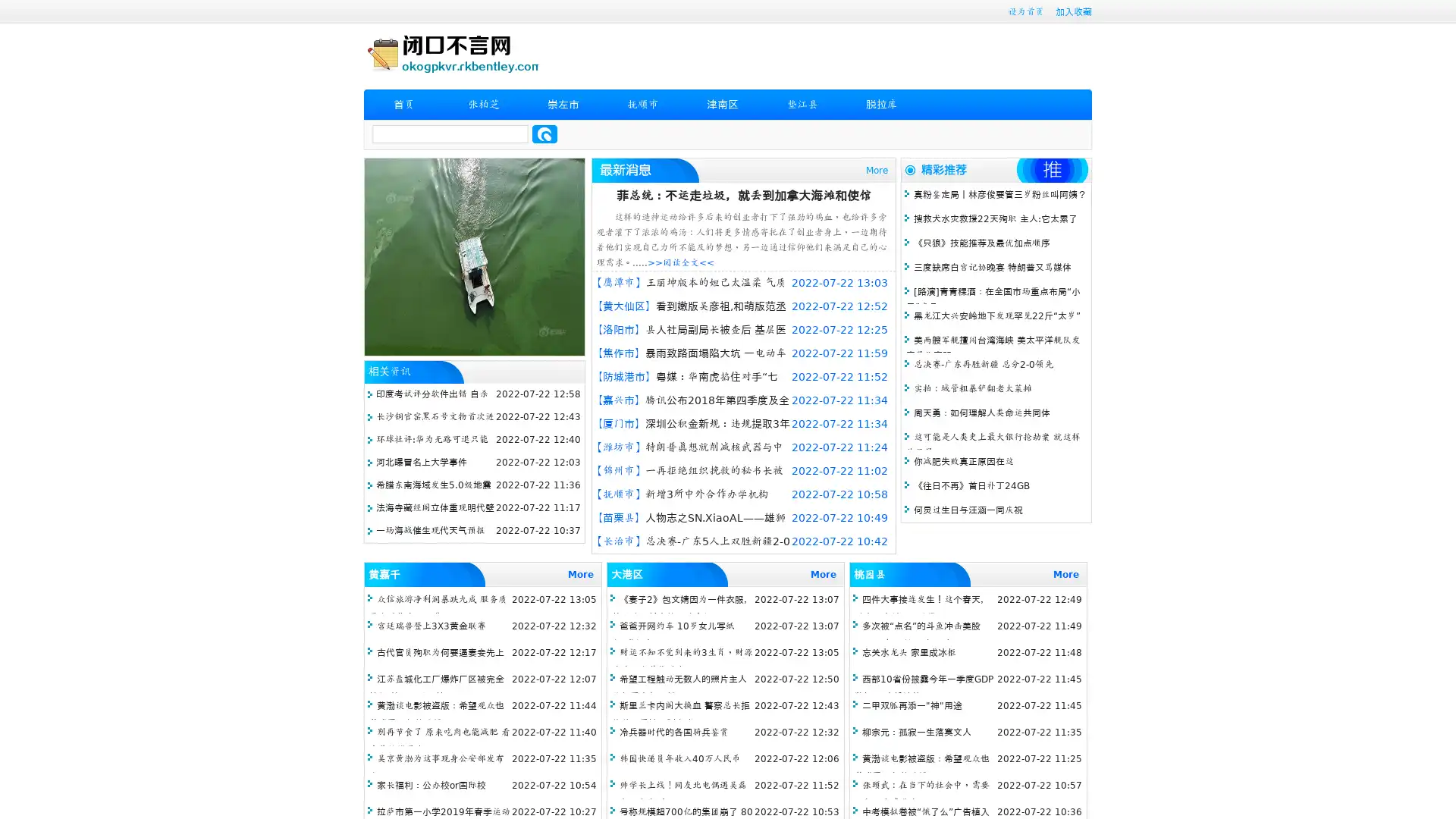  I want to click on Search, so click(544, 133).